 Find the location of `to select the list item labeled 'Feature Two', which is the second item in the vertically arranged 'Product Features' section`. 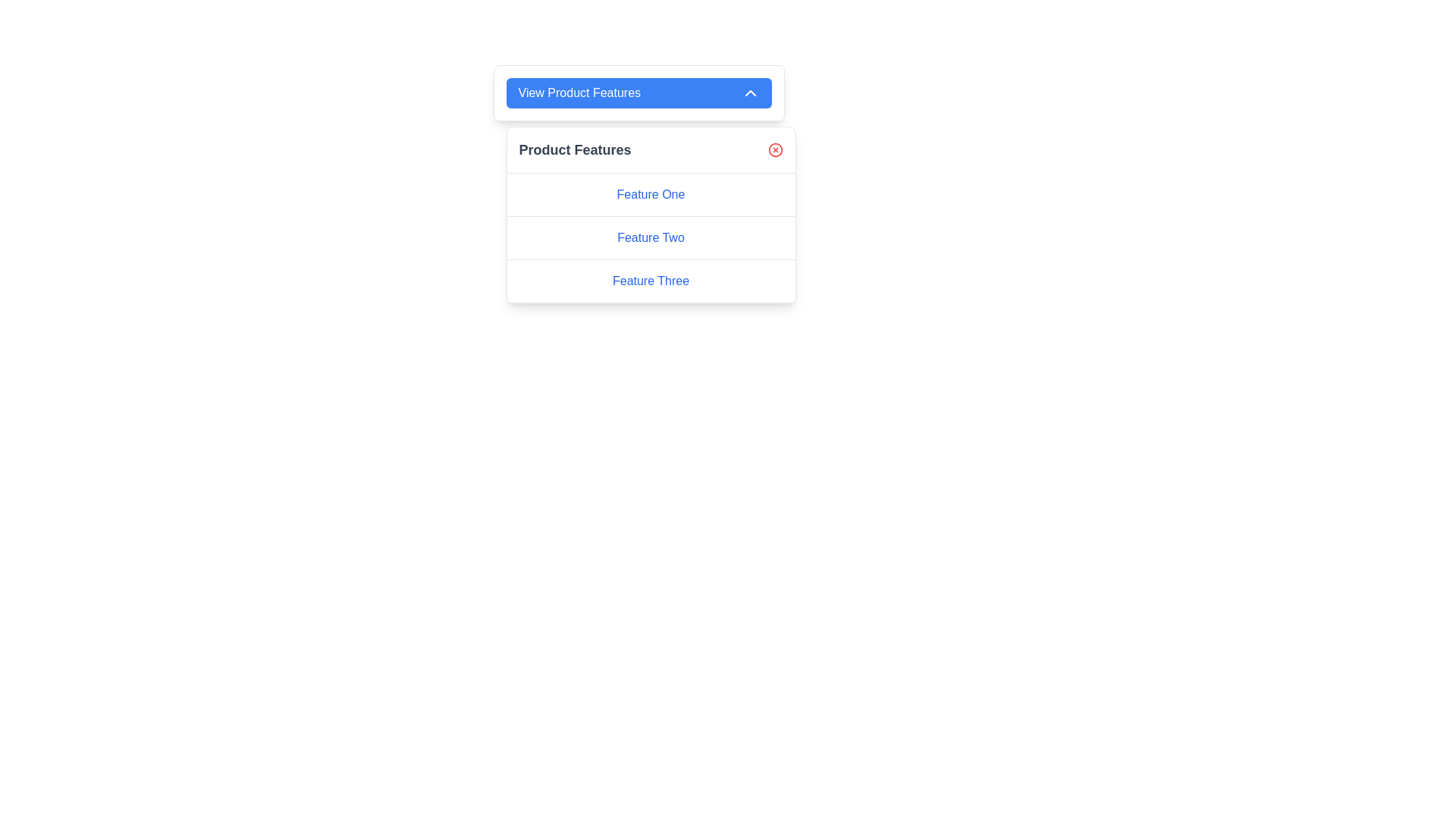

to select the list item labeled 'Feature Two', which is the second item in the vertically arranged 'Product Features' section is located at coordinates (651, 238).